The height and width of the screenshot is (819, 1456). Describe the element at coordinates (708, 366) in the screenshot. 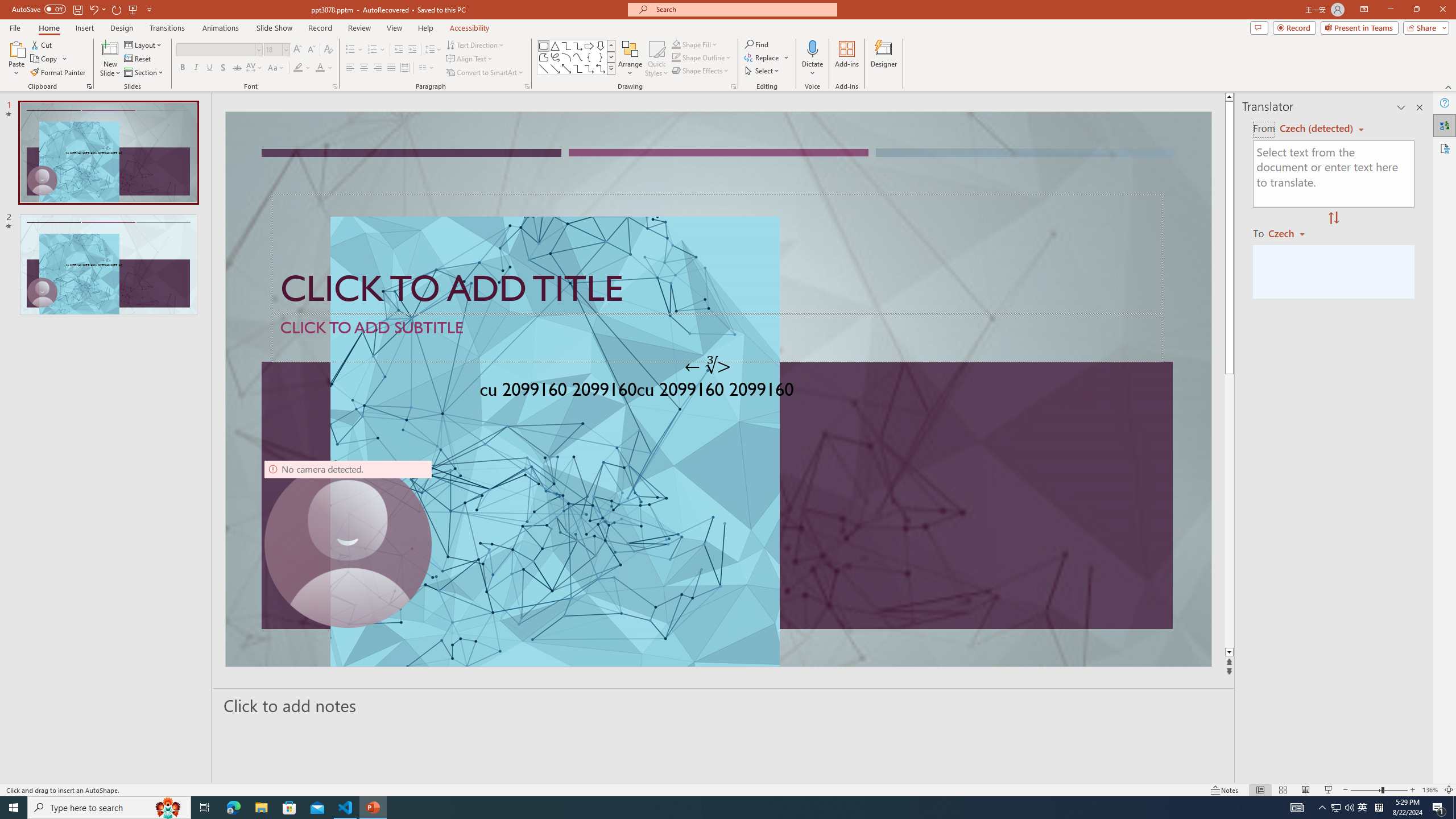

I see `'TextBox 7'` at that location.